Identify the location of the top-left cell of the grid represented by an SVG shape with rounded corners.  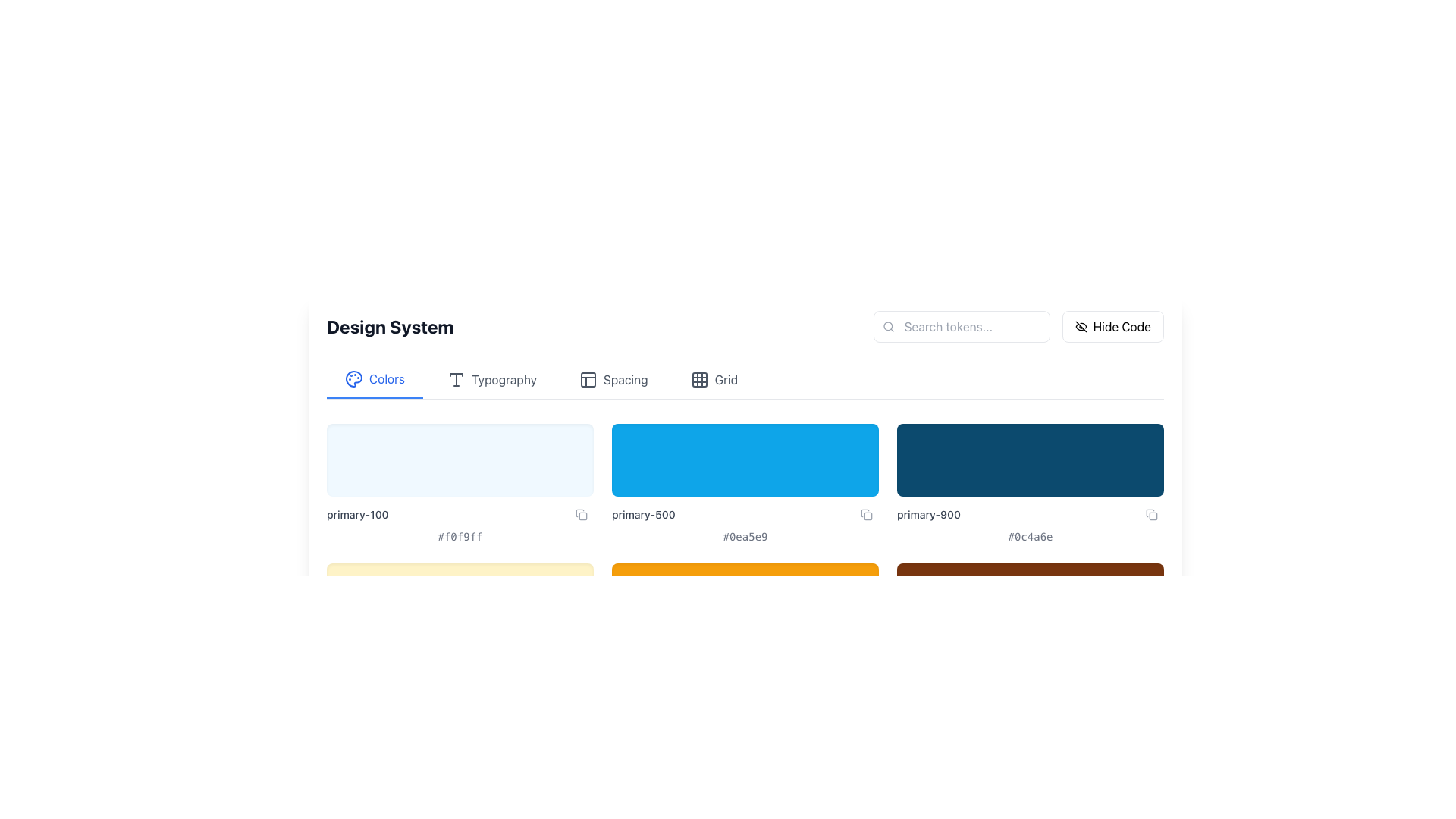
(698, 379).